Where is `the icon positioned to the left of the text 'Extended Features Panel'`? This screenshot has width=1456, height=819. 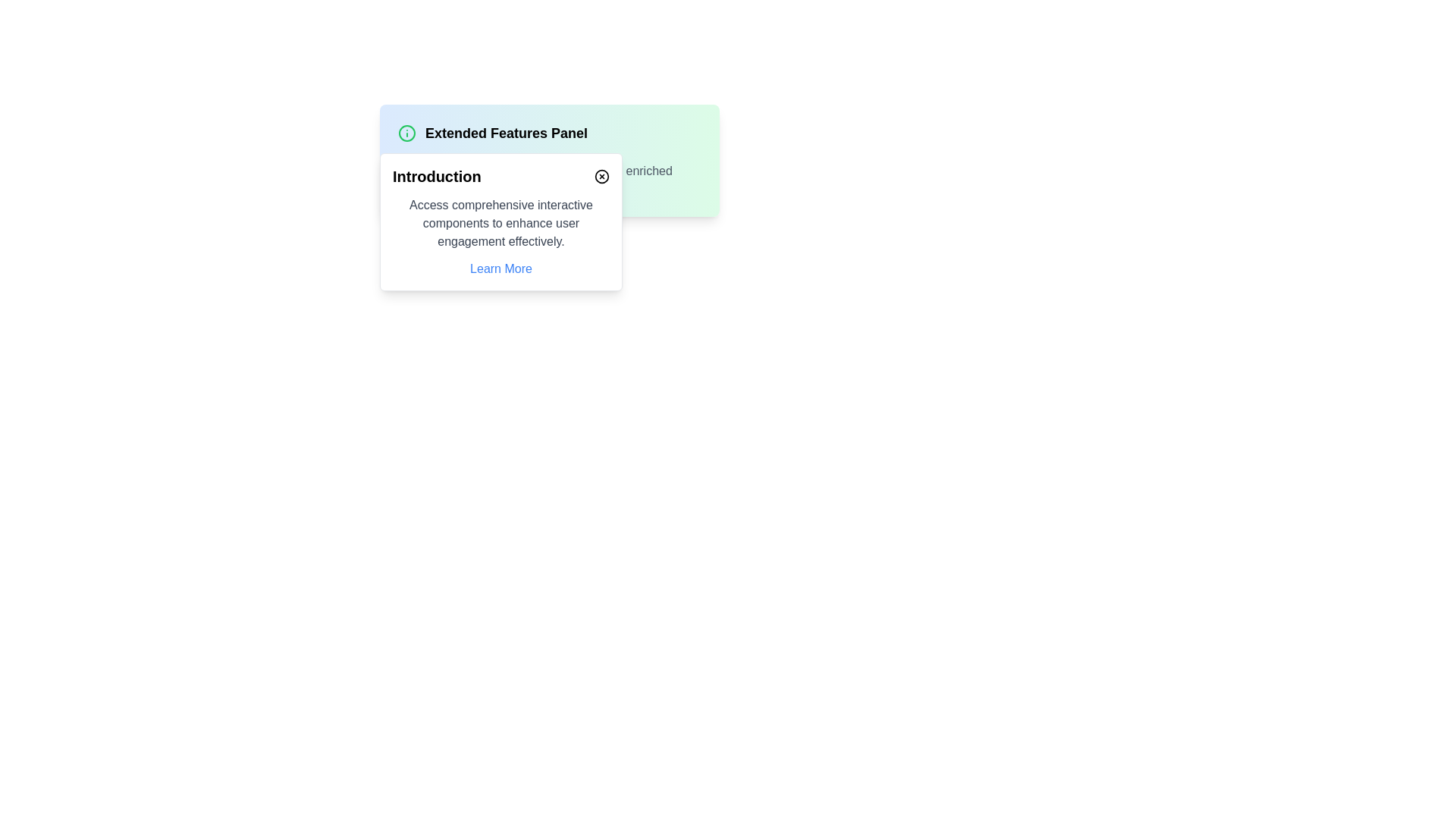
the icon positioned to the left of the text 'Extended Features Panel' is located at coordinates (407, 133).